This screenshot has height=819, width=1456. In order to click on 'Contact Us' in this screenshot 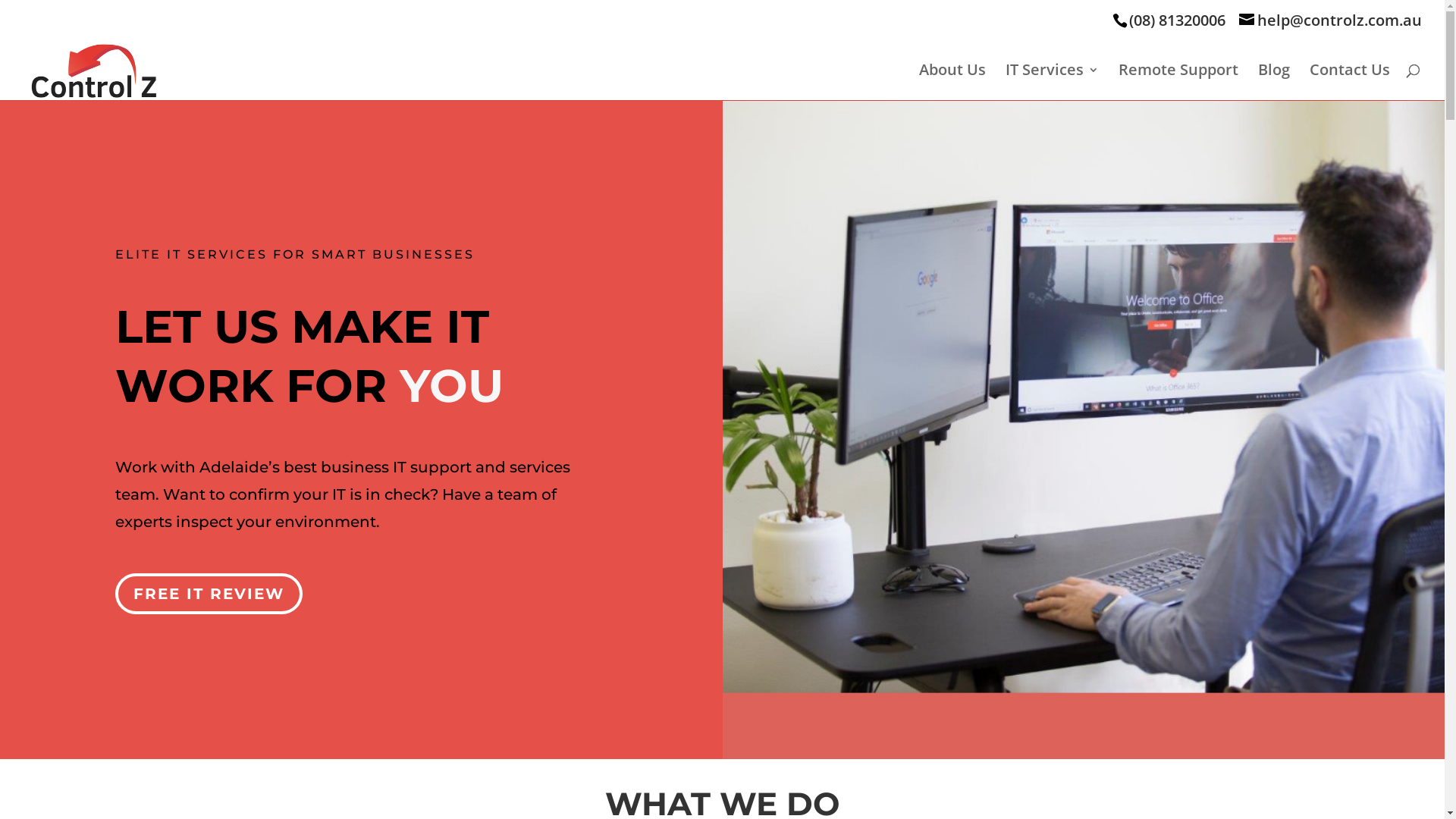, I will do `click(1350, 82)`.